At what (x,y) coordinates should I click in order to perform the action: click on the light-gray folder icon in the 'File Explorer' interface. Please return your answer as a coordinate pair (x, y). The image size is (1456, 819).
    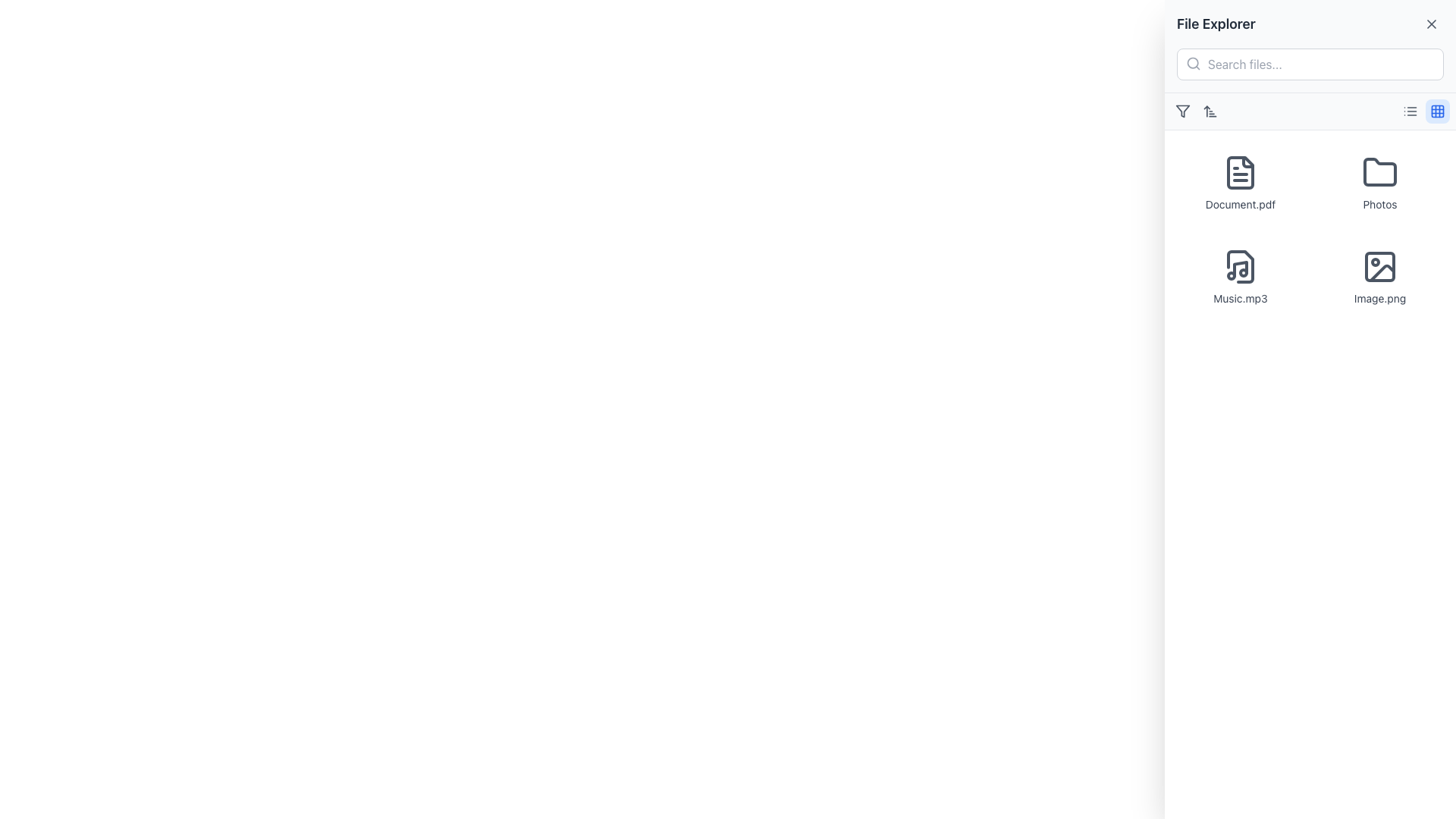
    Looking at the image, I should click on (1379, 171).